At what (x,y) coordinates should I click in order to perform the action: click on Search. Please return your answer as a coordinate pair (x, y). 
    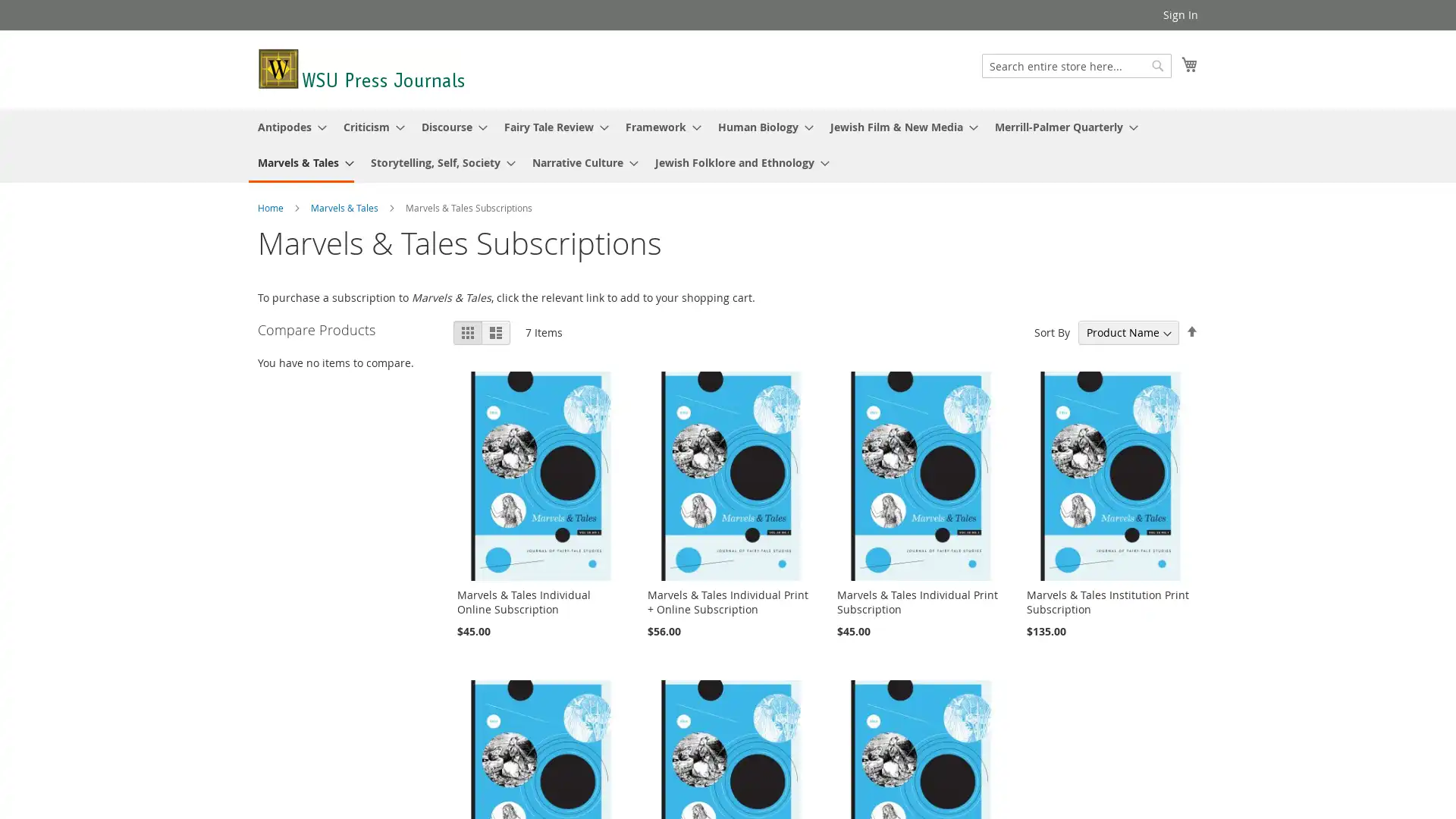
    Looking at the image, I should click on (1156, 65).